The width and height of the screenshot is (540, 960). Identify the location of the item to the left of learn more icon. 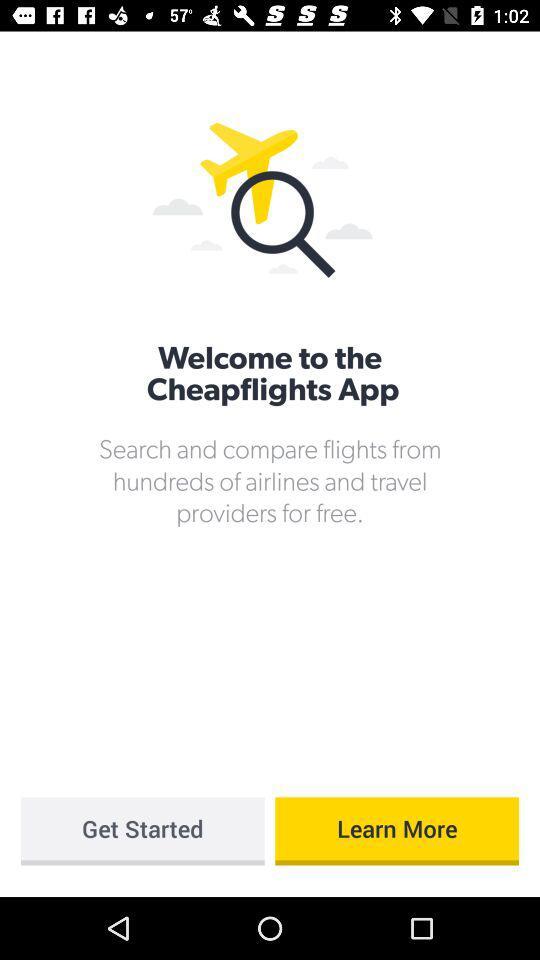
(141, 831).